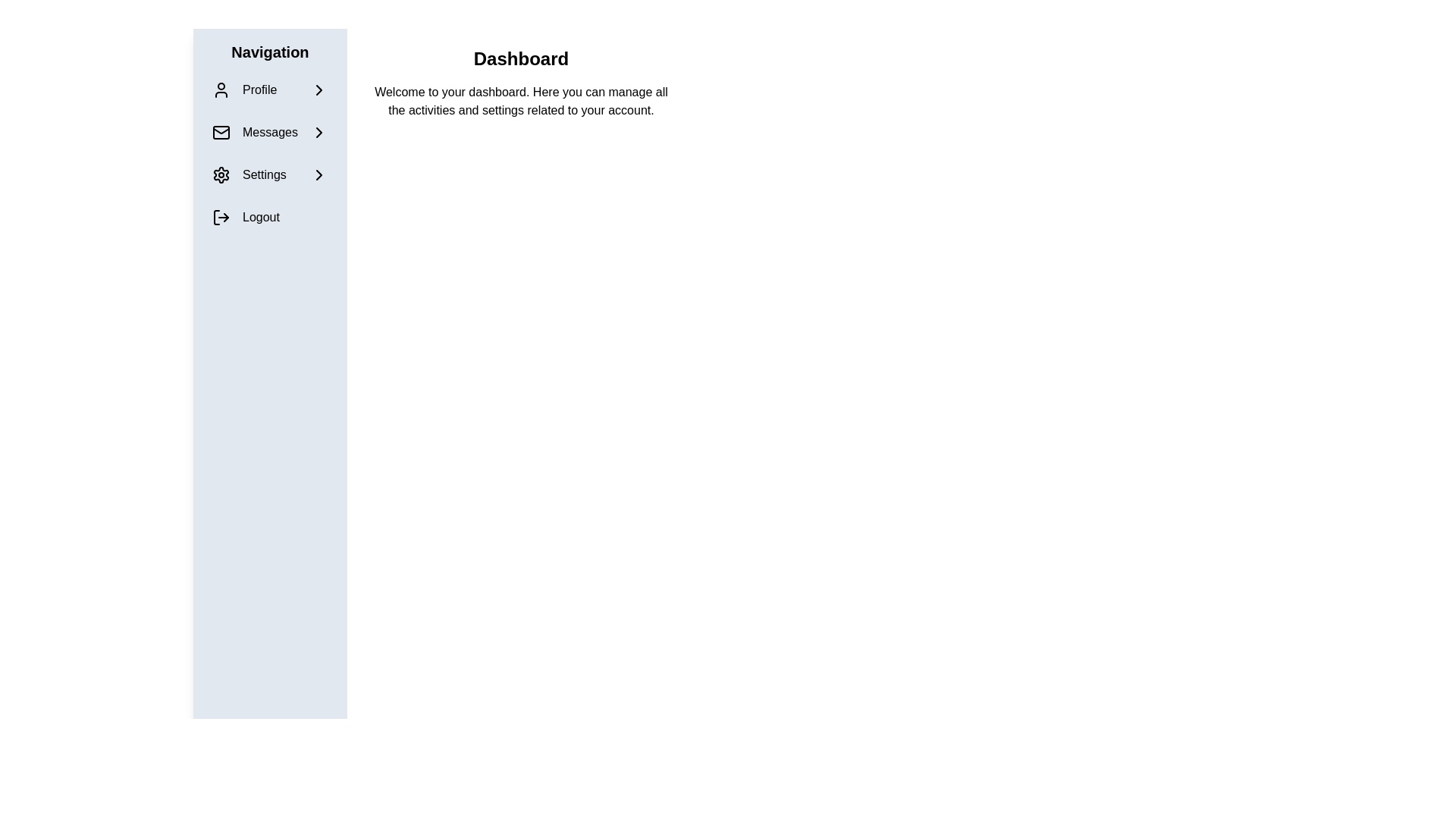 The height and width of the screenshot is (819, 1456). I want to click on the minimalist right-pointing chevron icon, which is a black outline with rounded edges located to the far right of the 'Settings' menu item in the side navigation bar, so click(318, 174).